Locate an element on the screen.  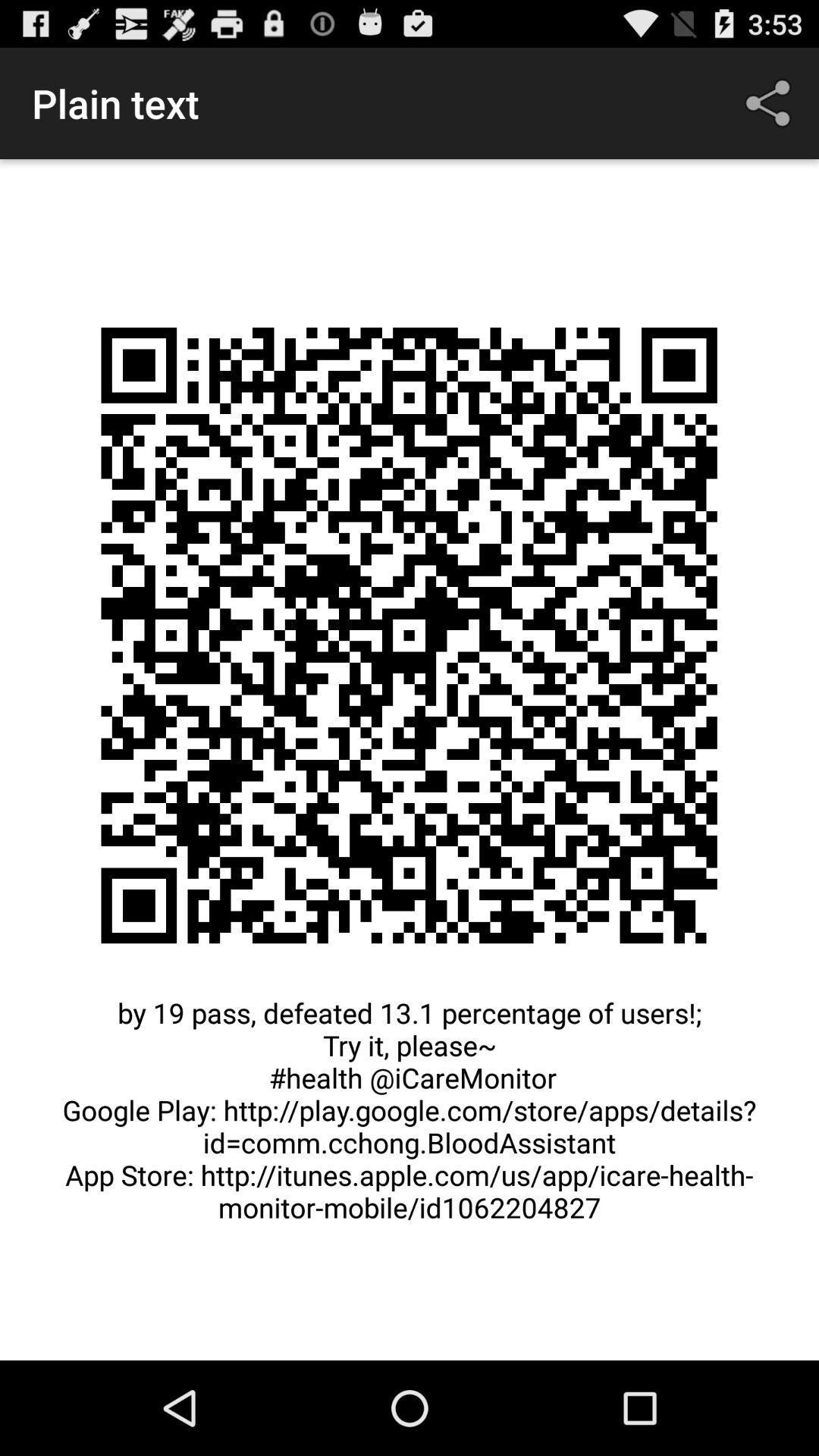
item to the right of plain text item is located at coordinates (771, 102).